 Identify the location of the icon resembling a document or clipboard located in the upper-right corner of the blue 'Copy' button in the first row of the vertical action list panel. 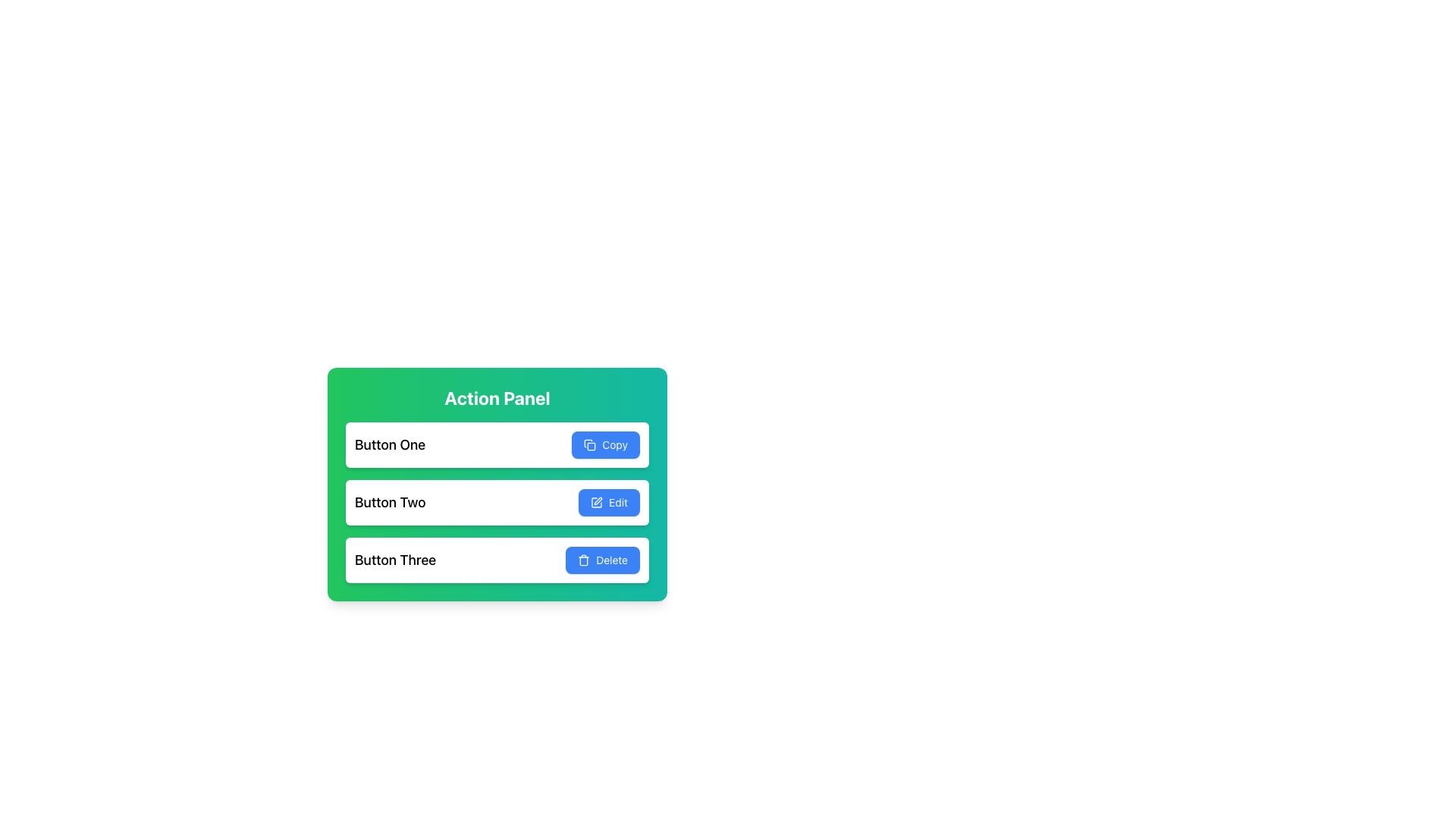
(588, 444).